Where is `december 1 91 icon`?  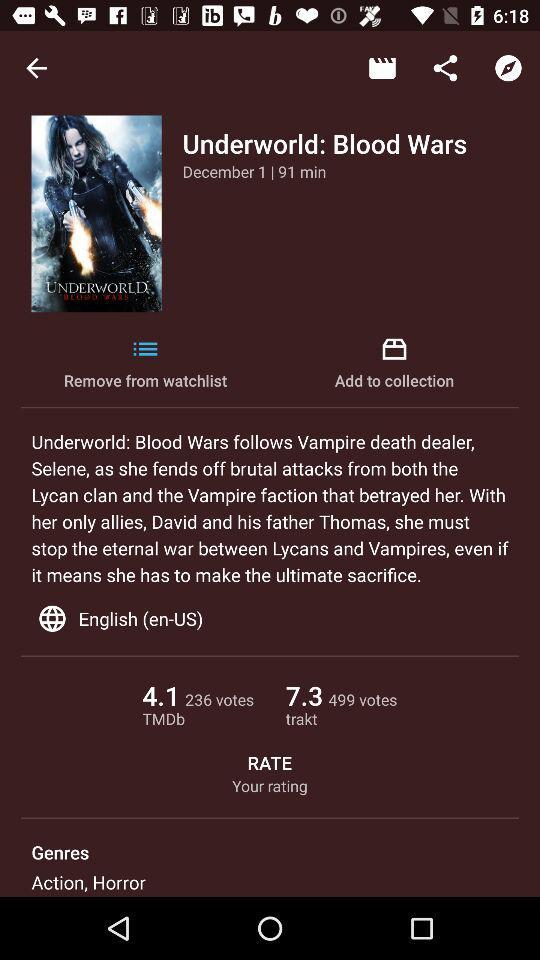 december 1 91 icon is located at coordinates (254, 170).